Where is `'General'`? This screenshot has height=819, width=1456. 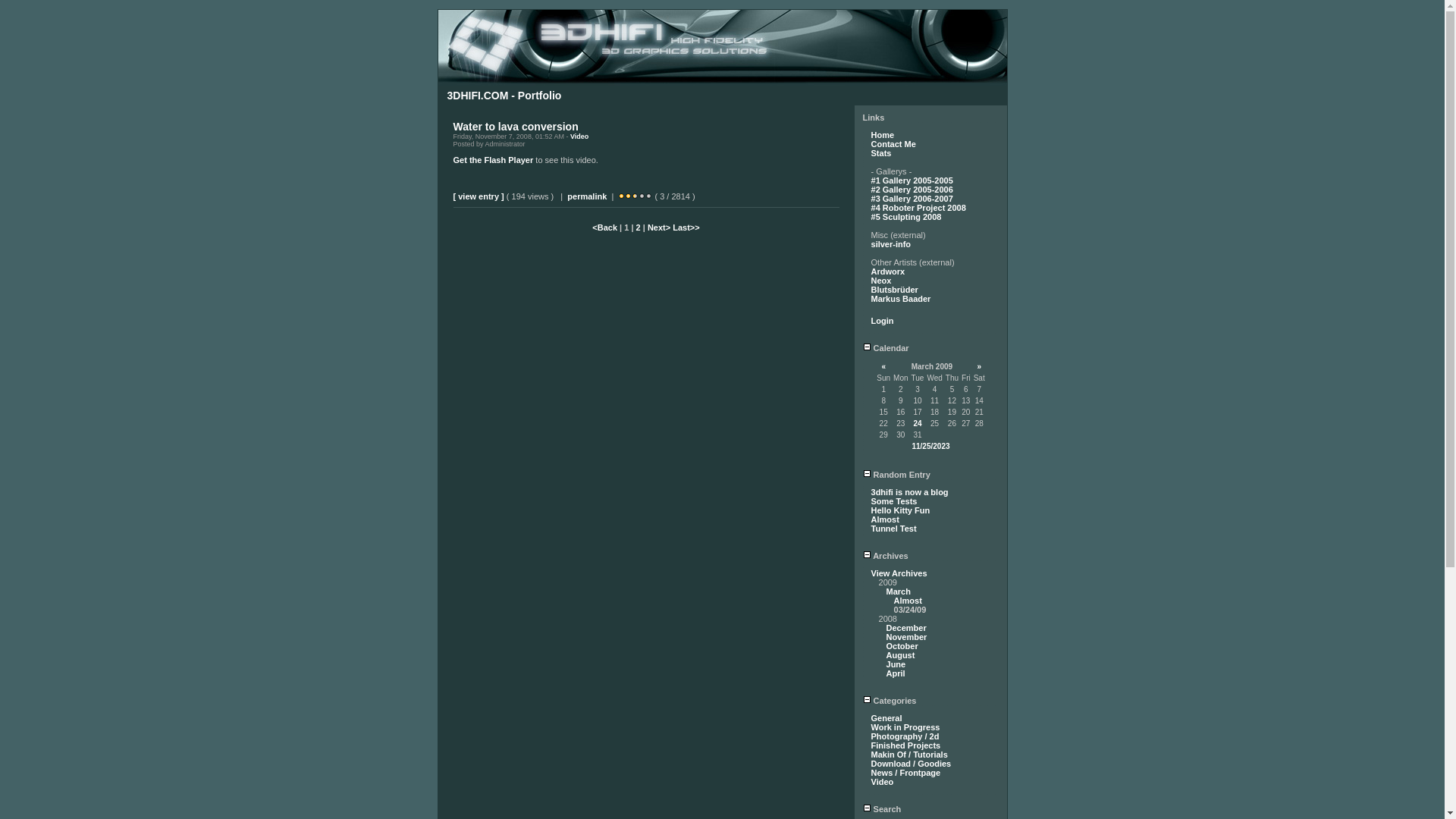
'General' is located at coordinates (886, 717).